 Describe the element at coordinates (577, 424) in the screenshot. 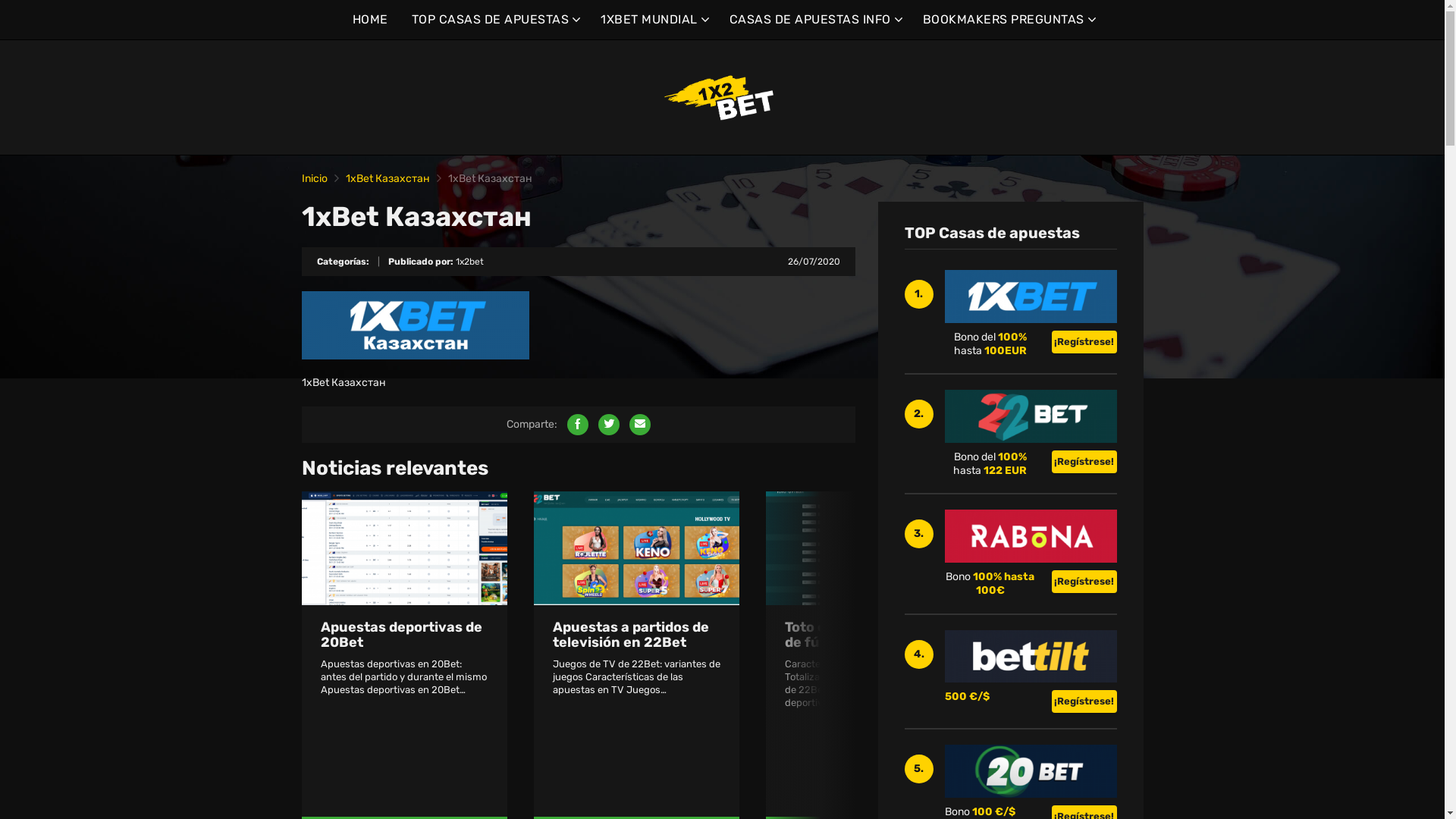

I see `'Share on Facebook'` at that location.